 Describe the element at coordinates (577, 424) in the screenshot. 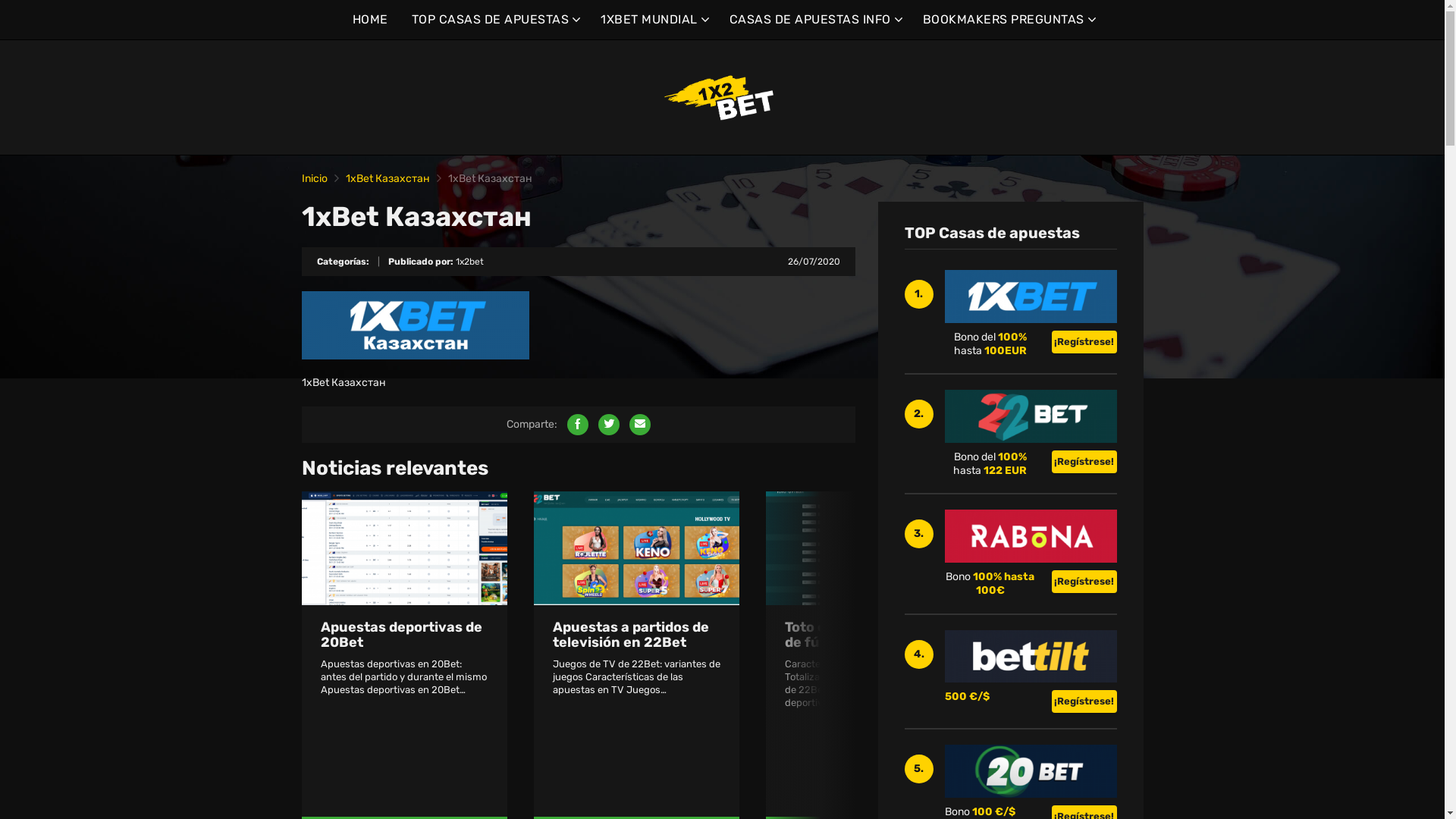

I see `'Share on Facebook'` at that location.